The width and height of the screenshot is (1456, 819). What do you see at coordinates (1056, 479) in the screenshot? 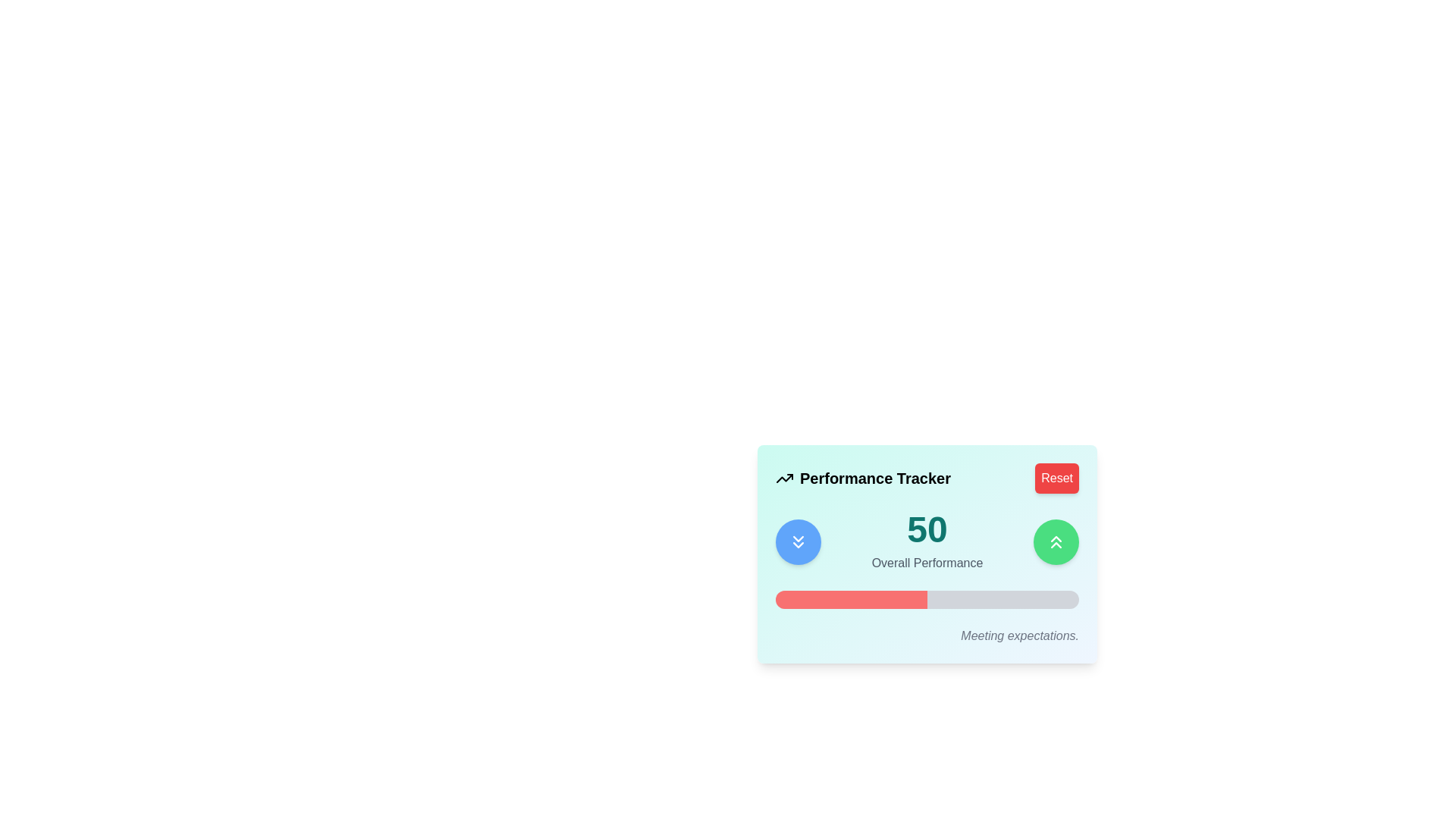
I see `the red 'Reset' button with white text located in the top-right corner of the 'Performance Tracker' section to reset the value` at bounding box center [1056, 479].